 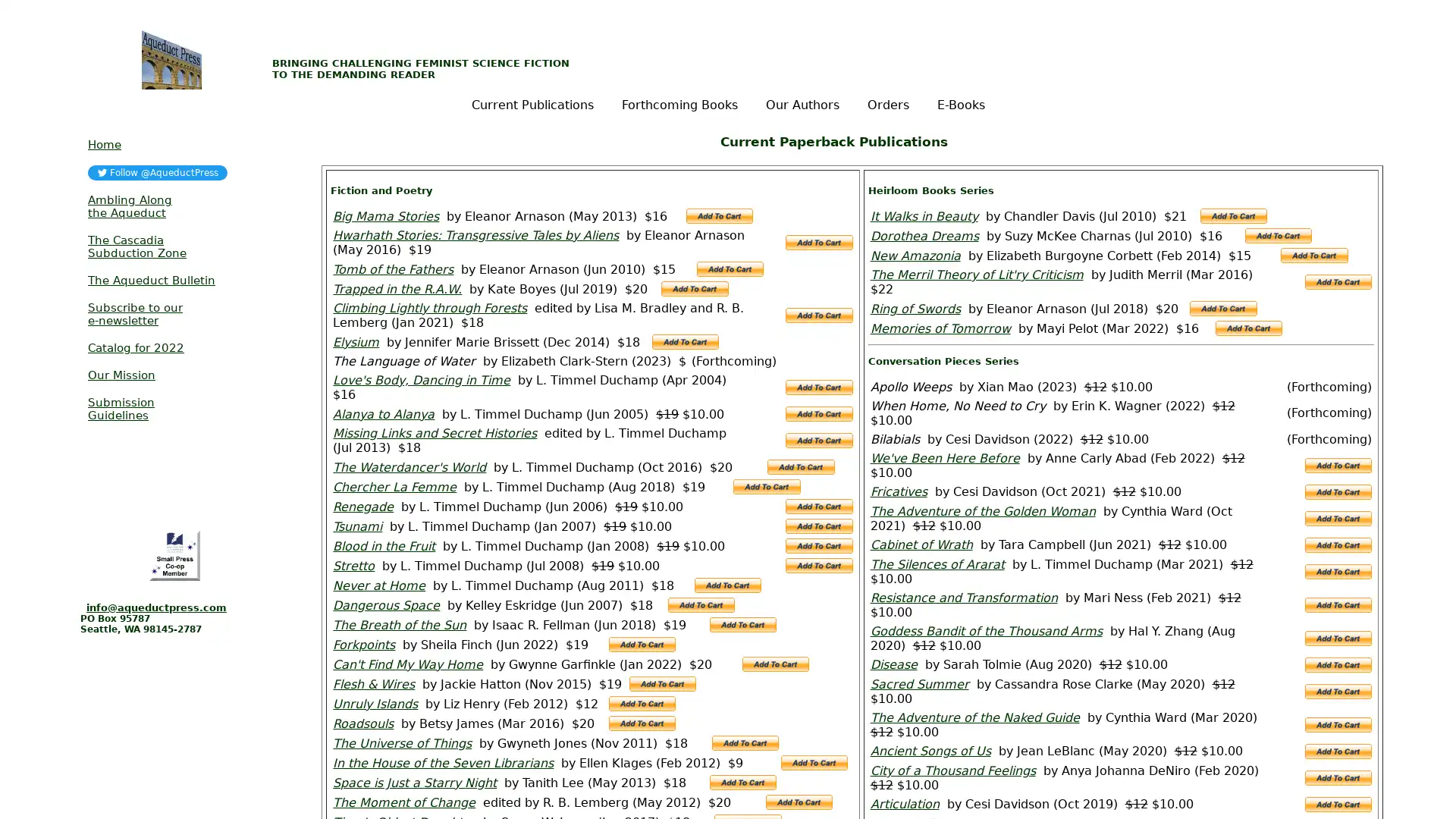 What do you see at coordinates (1222, 308) in the screenshot?
I see `Make payments with PayPal - it\'s fast, free and secure!` at bounding box center [1222, 308].